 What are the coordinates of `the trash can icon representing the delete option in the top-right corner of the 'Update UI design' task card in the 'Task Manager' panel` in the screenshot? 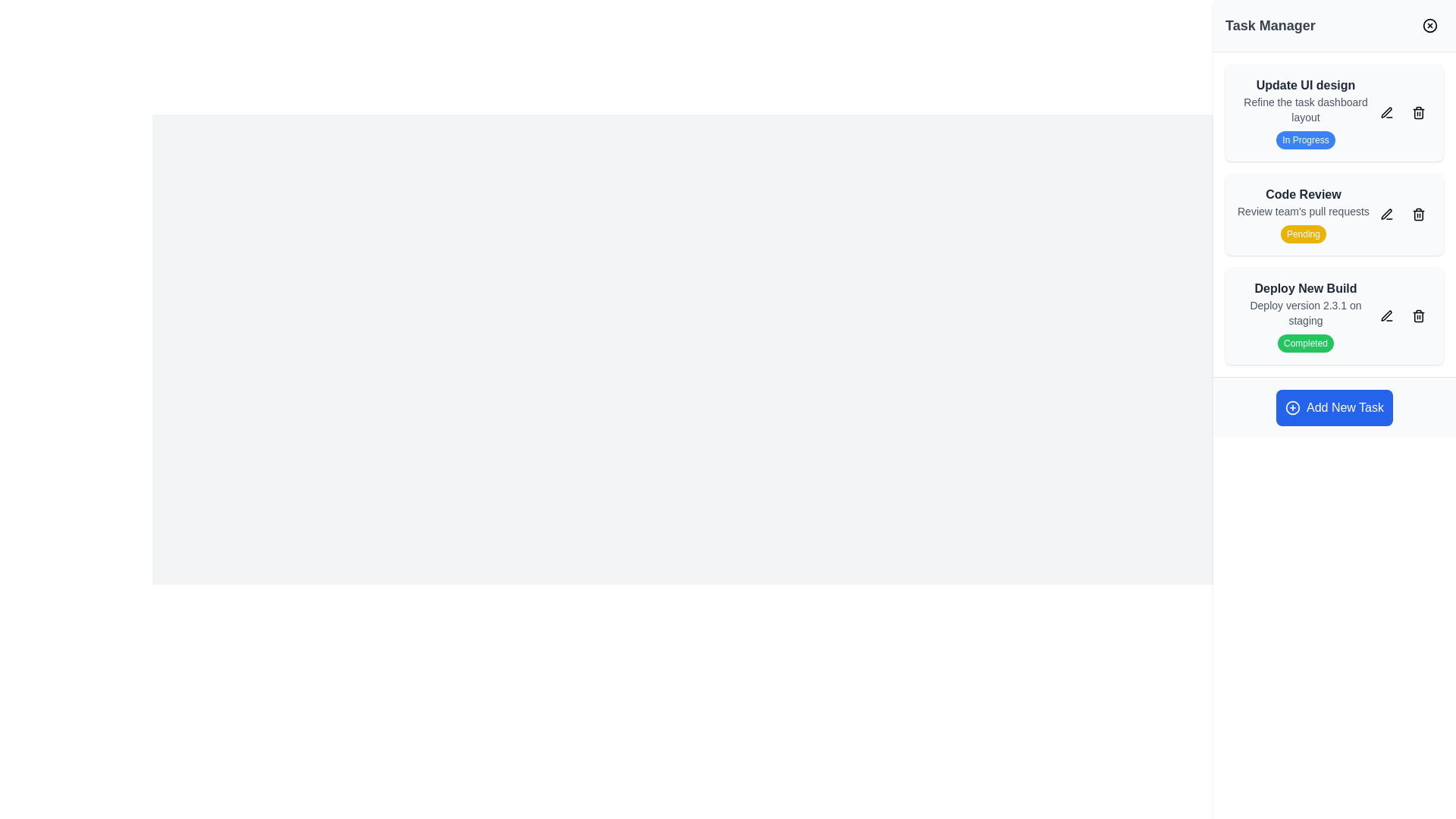 It's located at (1418, 113).